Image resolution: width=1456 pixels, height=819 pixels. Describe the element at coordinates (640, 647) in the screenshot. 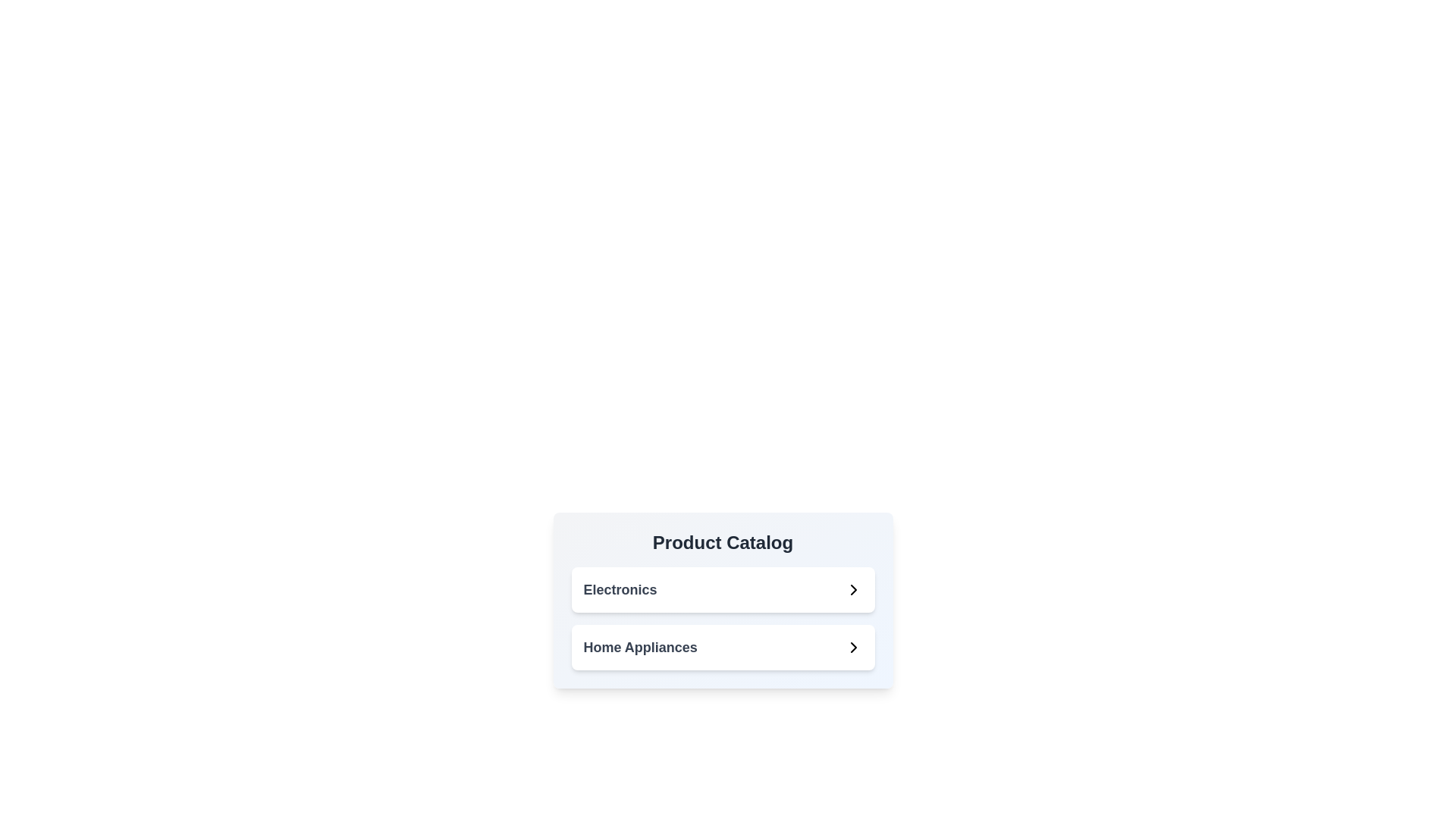

I see `the 'Home Appliances' category label, which is the second item in a vertical list within the product catalog layout` at that location.